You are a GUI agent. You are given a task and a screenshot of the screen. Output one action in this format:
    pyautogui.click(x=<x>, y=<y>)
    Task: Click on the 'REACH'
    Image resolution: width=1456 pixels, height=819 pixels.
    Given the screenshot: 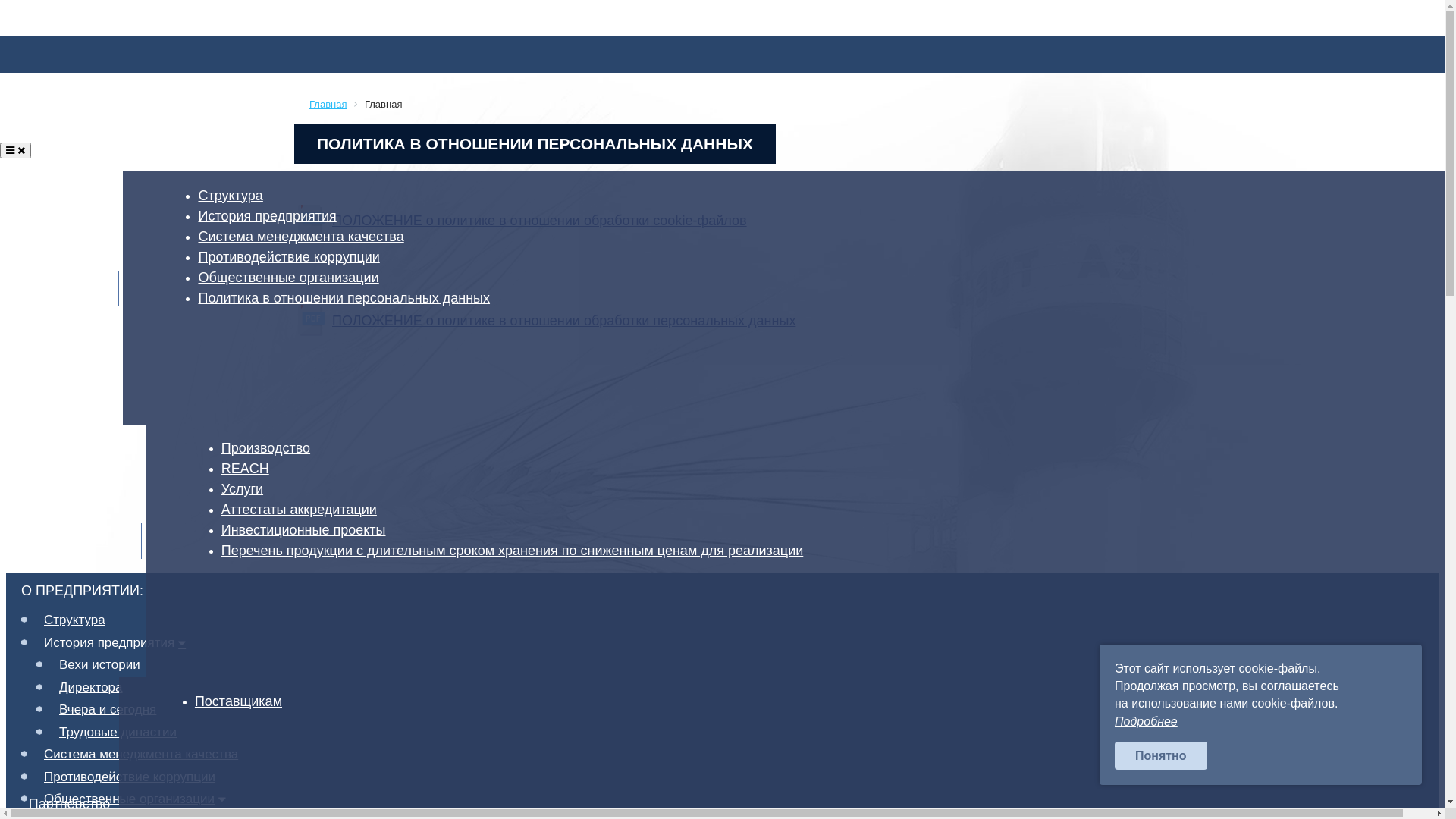 What is the action you would take?
    pyautogui.click(x=249, y=467)
    